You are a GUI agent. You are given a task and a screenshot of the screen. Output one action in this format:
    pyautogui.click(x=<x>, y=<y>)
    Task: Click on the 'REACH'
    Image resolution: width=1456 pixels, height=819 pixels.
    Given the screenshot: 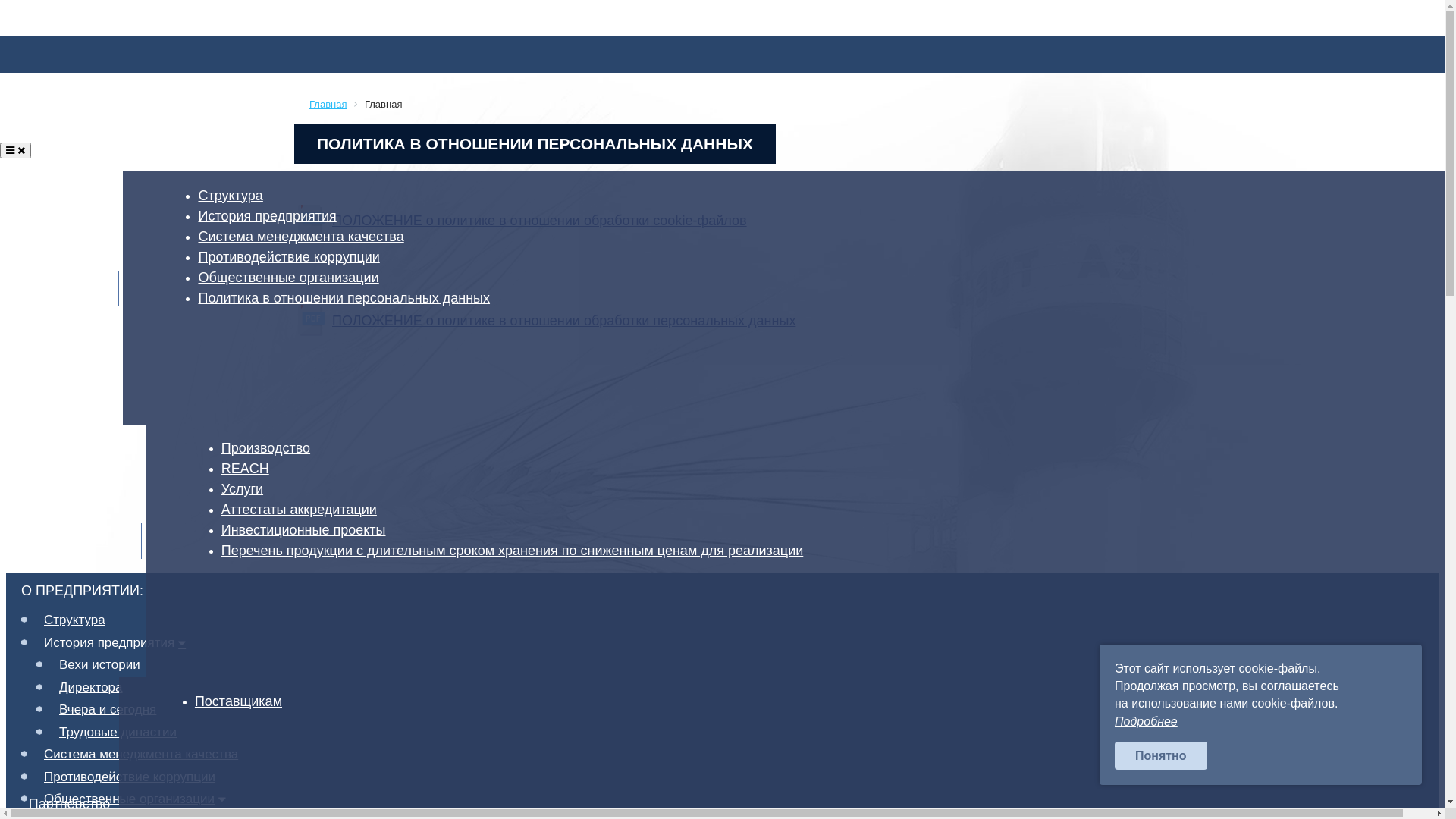 What is the action you would take?
    pyautogui.click(x=249, y=467)
    